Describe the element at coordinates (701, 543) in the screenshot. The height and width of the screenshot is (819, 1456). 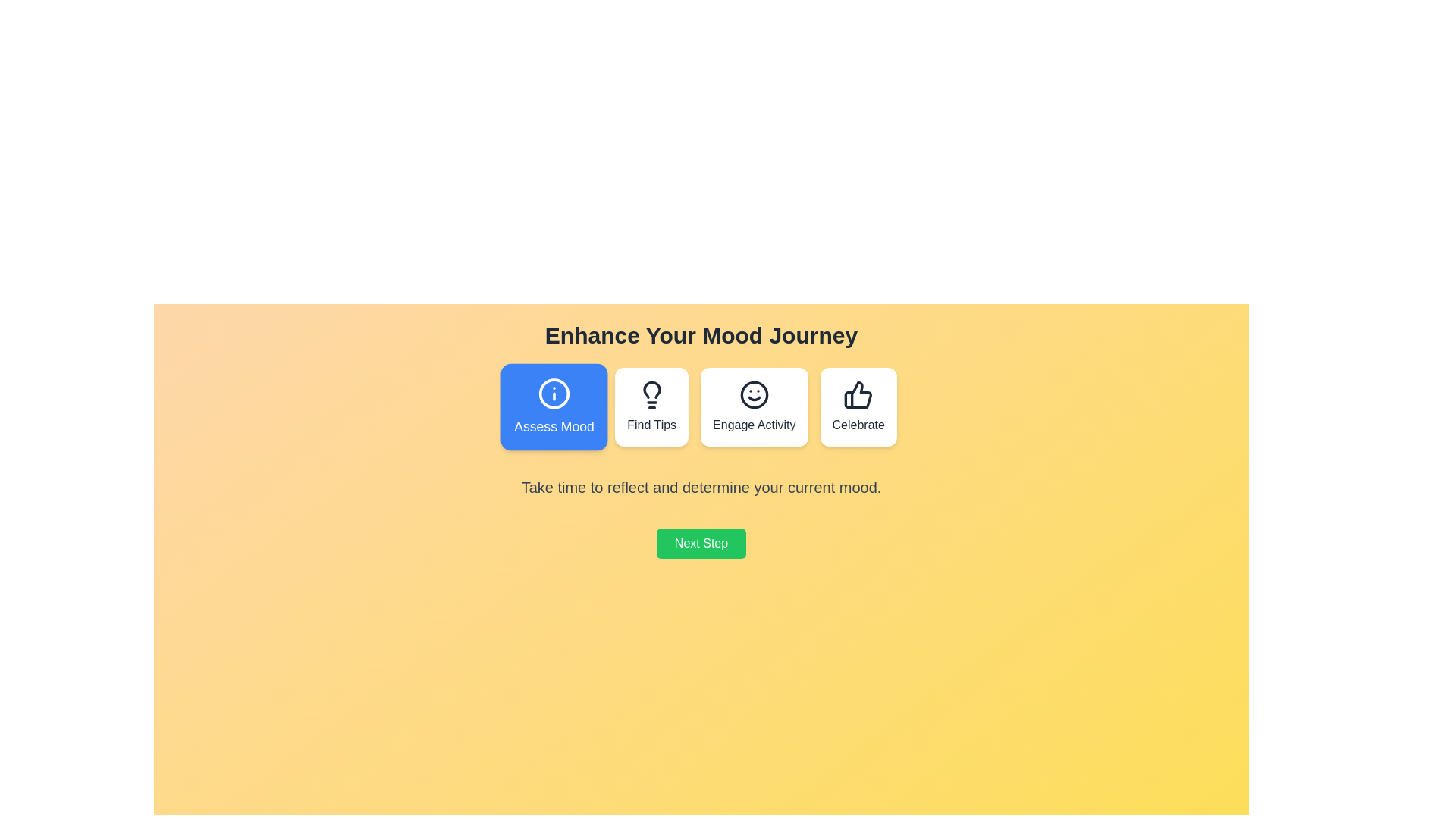
I see `the 'Next Step' button to proceed to the next step in the mood journey` at that location.